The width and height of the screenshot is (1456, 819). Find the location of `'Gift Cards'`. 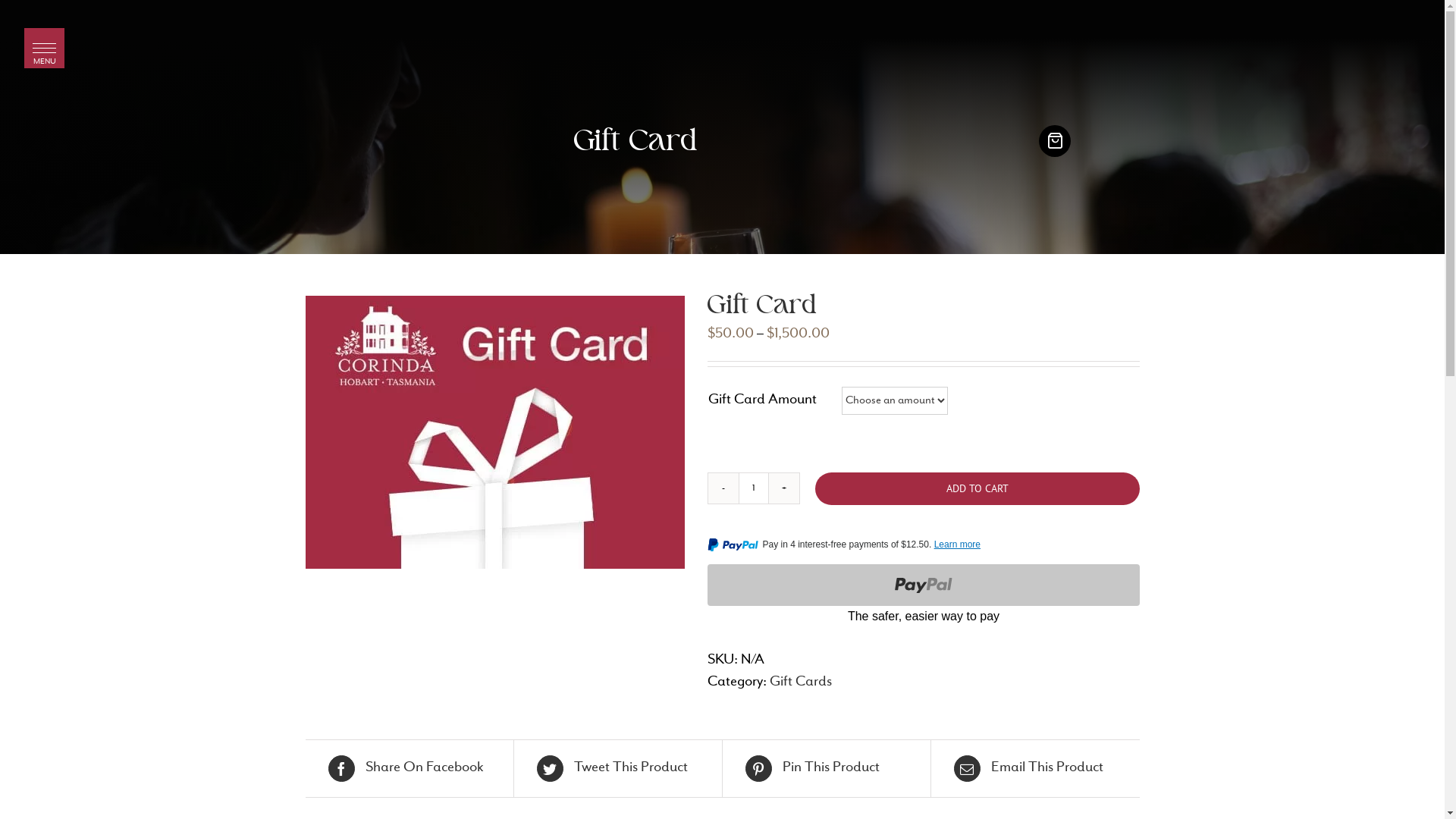

'Gift Cards' is located at coordinates (768, 681).